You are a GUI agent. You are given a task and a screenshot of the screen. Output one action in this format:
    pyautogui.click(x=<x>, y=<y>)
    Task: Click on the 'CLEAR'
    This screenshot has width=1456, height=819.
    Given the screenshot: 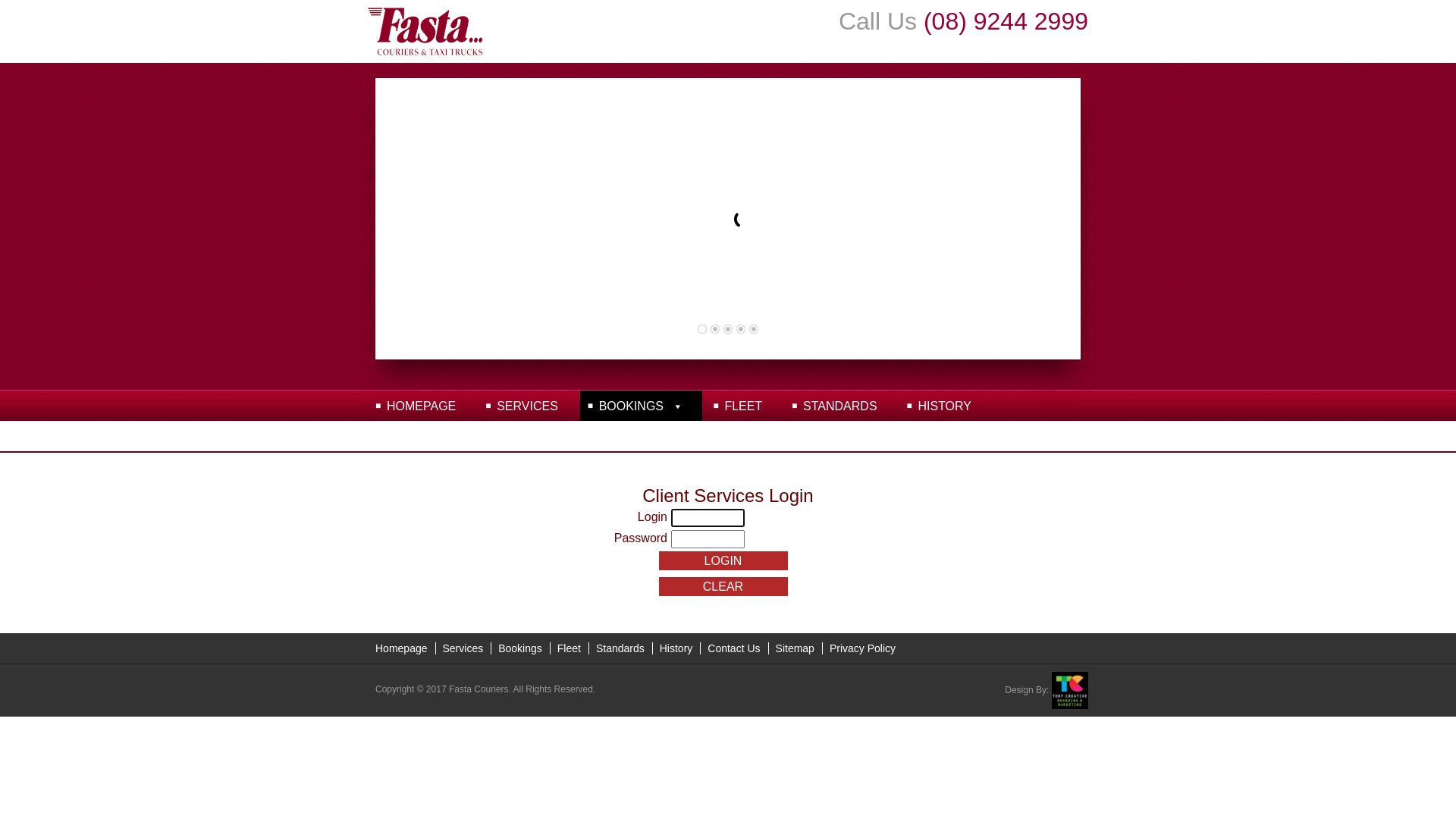 What is the action you would take?
    pyautogui.click(x=722, y=585)
    